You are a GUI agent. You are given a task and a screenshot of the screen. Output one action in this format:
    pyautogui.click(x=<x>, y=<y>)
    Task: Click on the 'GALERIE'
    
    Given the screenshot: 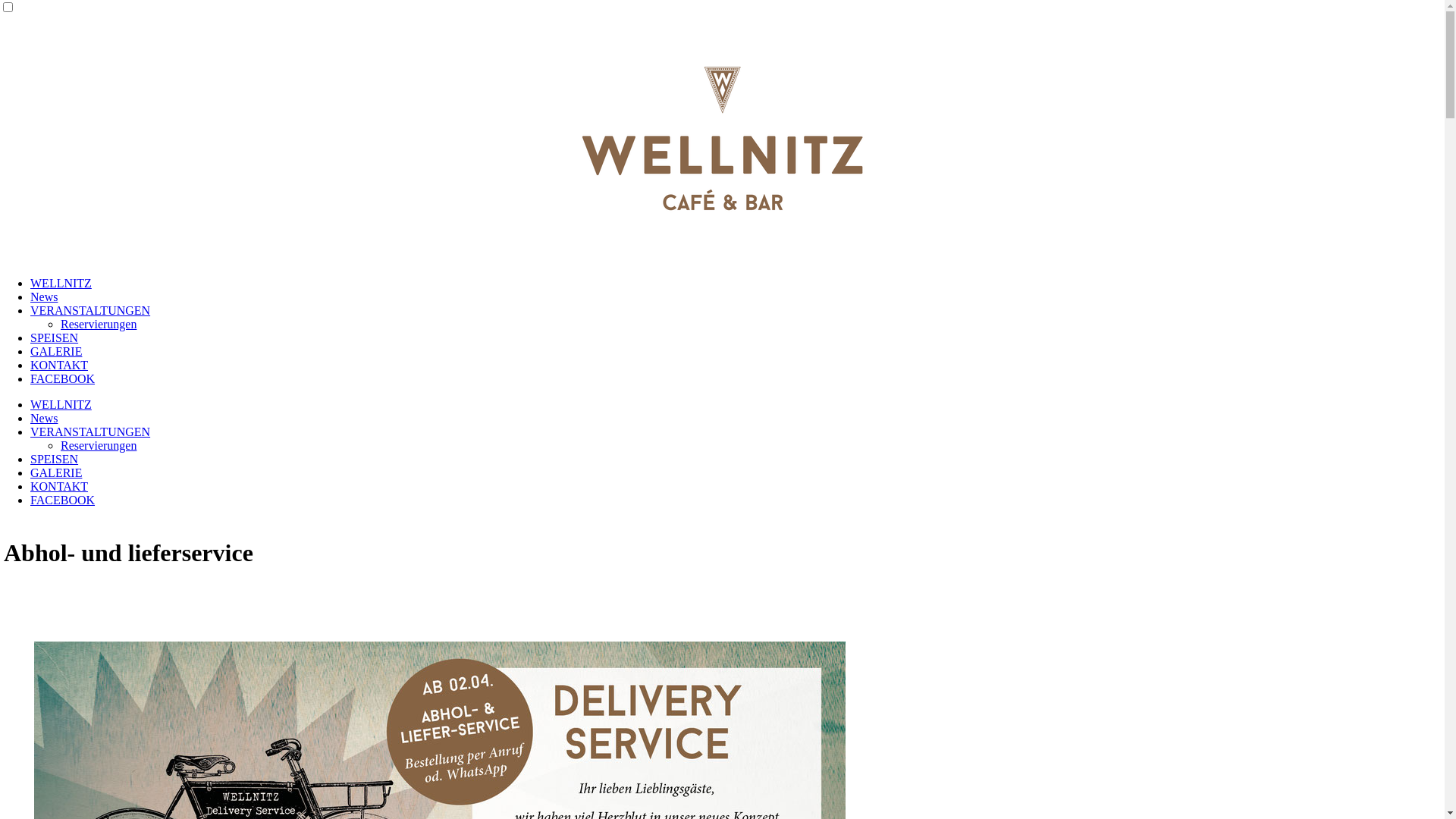 What is the action you would take?
    pyautogui.click(x=55, y=351)
    